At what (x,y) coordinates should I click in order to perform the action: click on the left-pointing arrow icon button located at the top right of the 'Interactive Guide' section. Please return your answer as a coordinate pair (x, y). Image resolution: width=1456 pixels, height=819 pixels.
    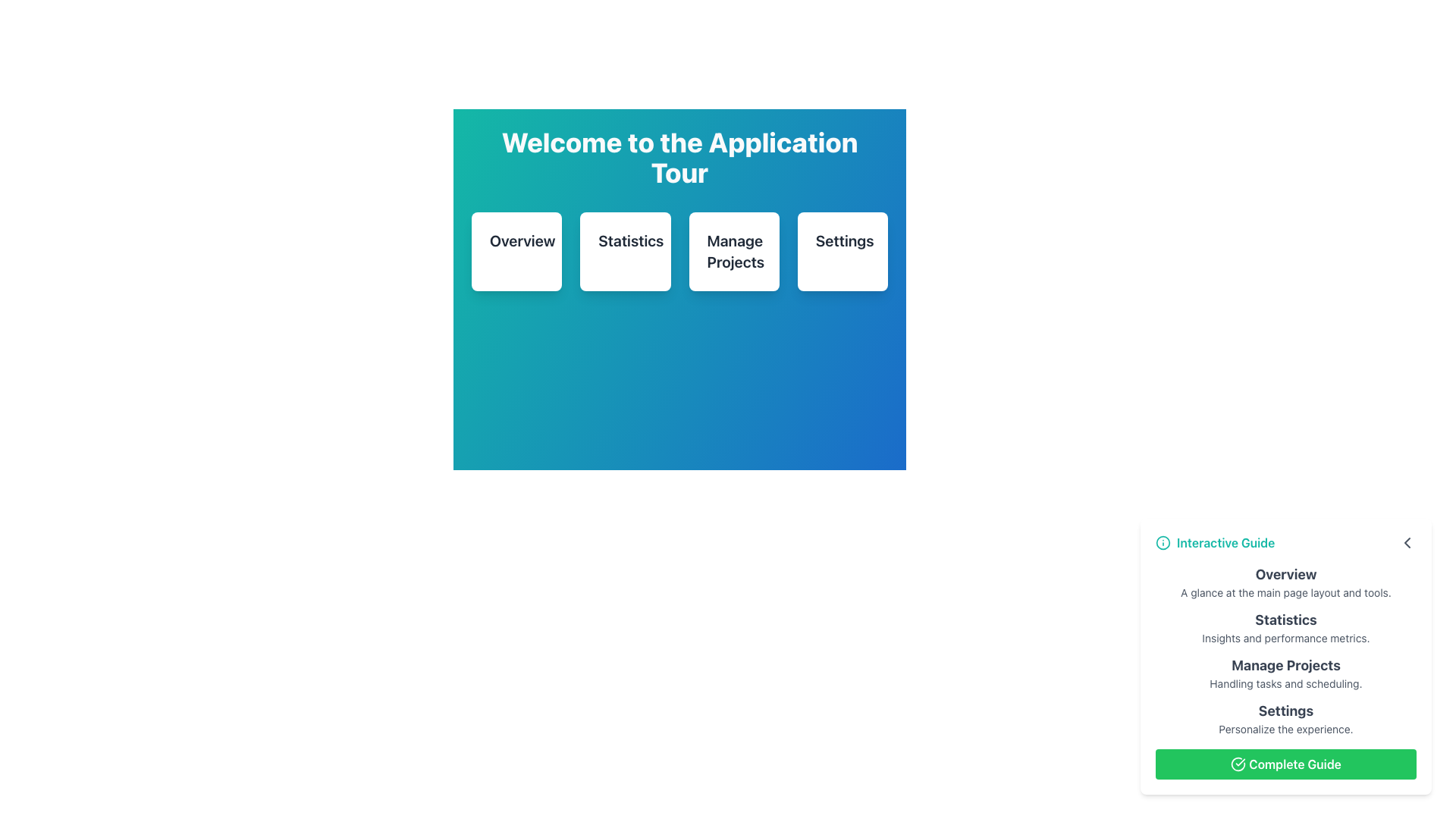
    Looking at the image, I should click on (1407, 542).